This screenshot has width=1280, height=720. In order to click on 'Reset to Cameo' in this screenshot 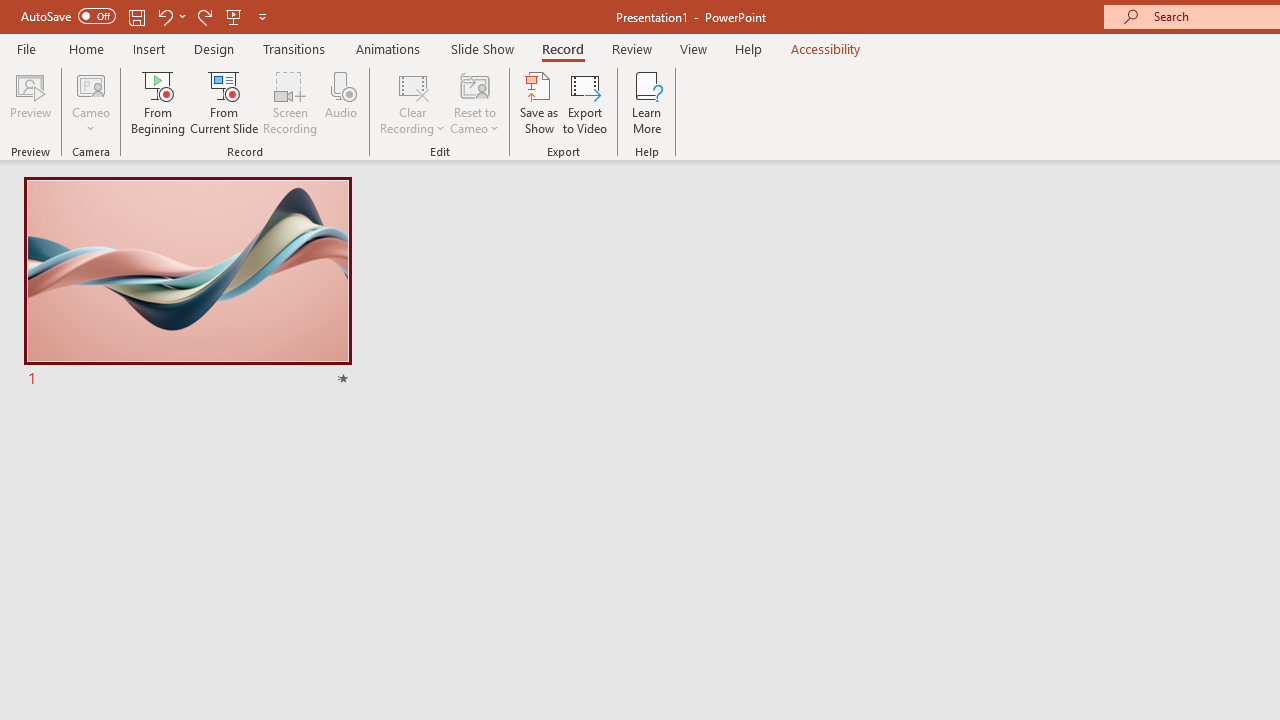, I will do `click(473, 103)`.